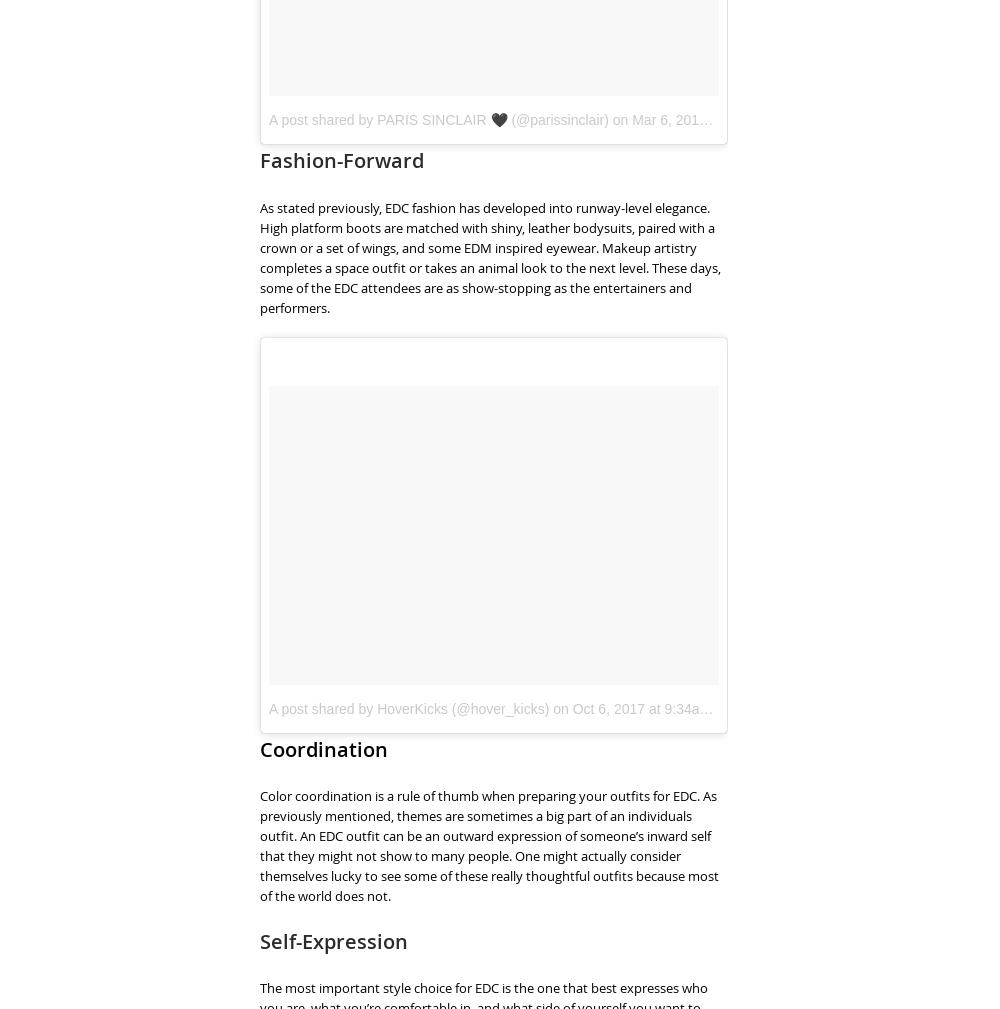 The height and width of the screenshot is (1009, 1000). I want to click on 'Coordination', so click(323, 748).